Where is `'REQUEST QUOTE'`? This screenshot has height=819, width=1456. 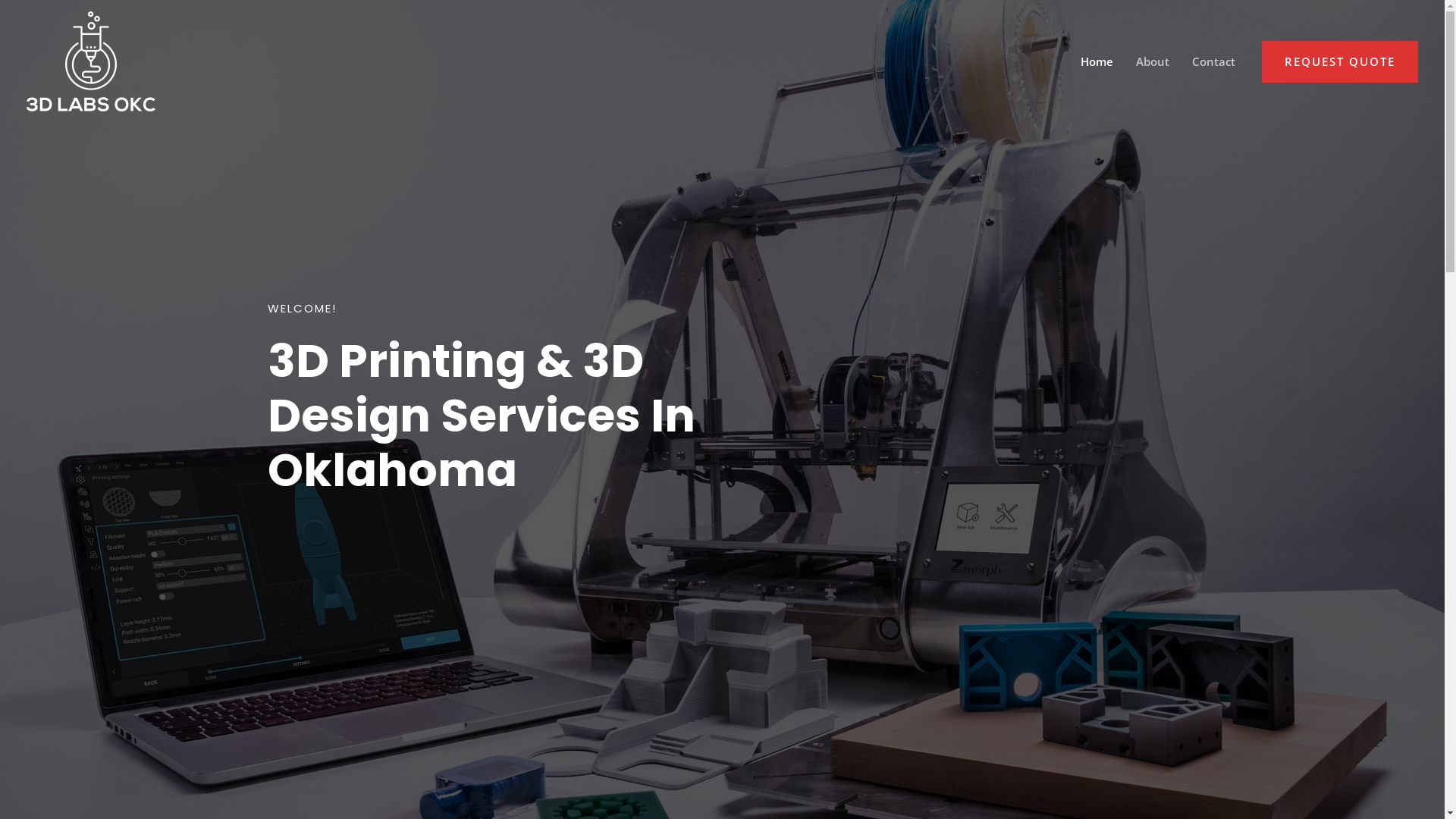 'REQUEST QUOTE' is located at coordinates (1339, 61).